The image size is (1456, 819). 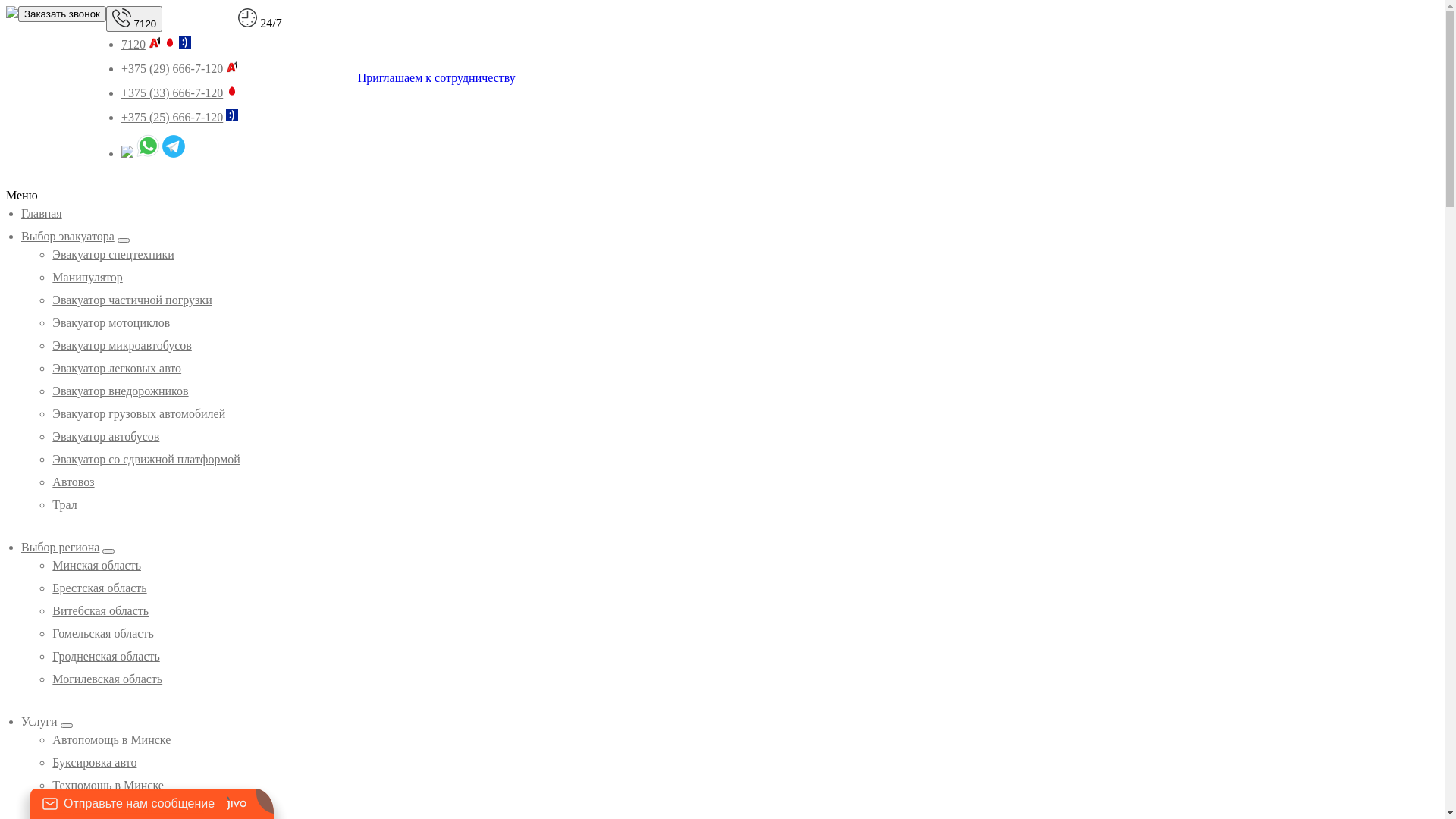 I want to click on '+375 (25) 666-7-120', so click(x=171, y=116).